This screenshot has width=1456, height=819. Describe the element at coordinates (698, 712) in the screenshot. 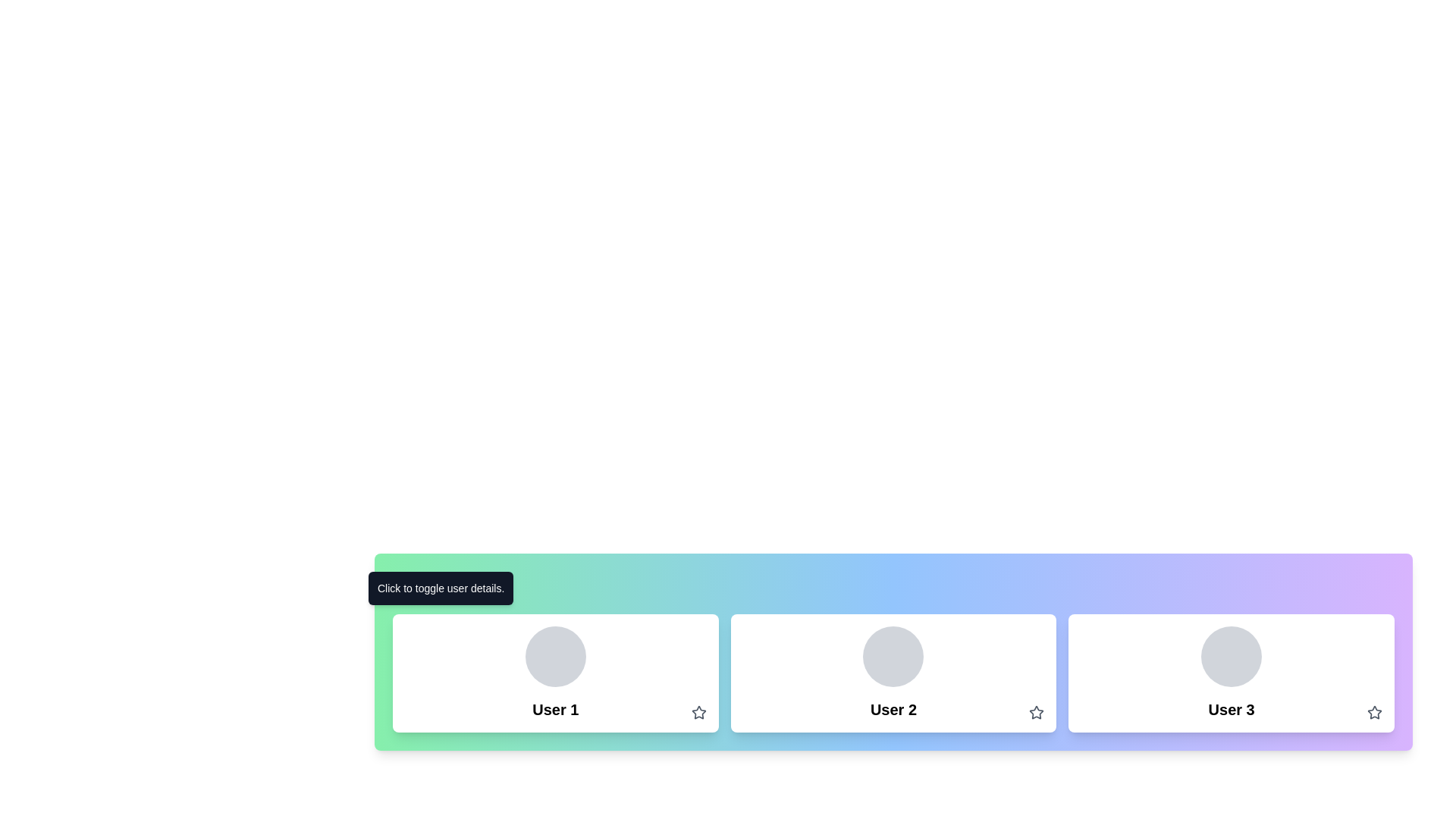

I see `the star icon located in the bottom-right corner of 'User 1's card` at that location.